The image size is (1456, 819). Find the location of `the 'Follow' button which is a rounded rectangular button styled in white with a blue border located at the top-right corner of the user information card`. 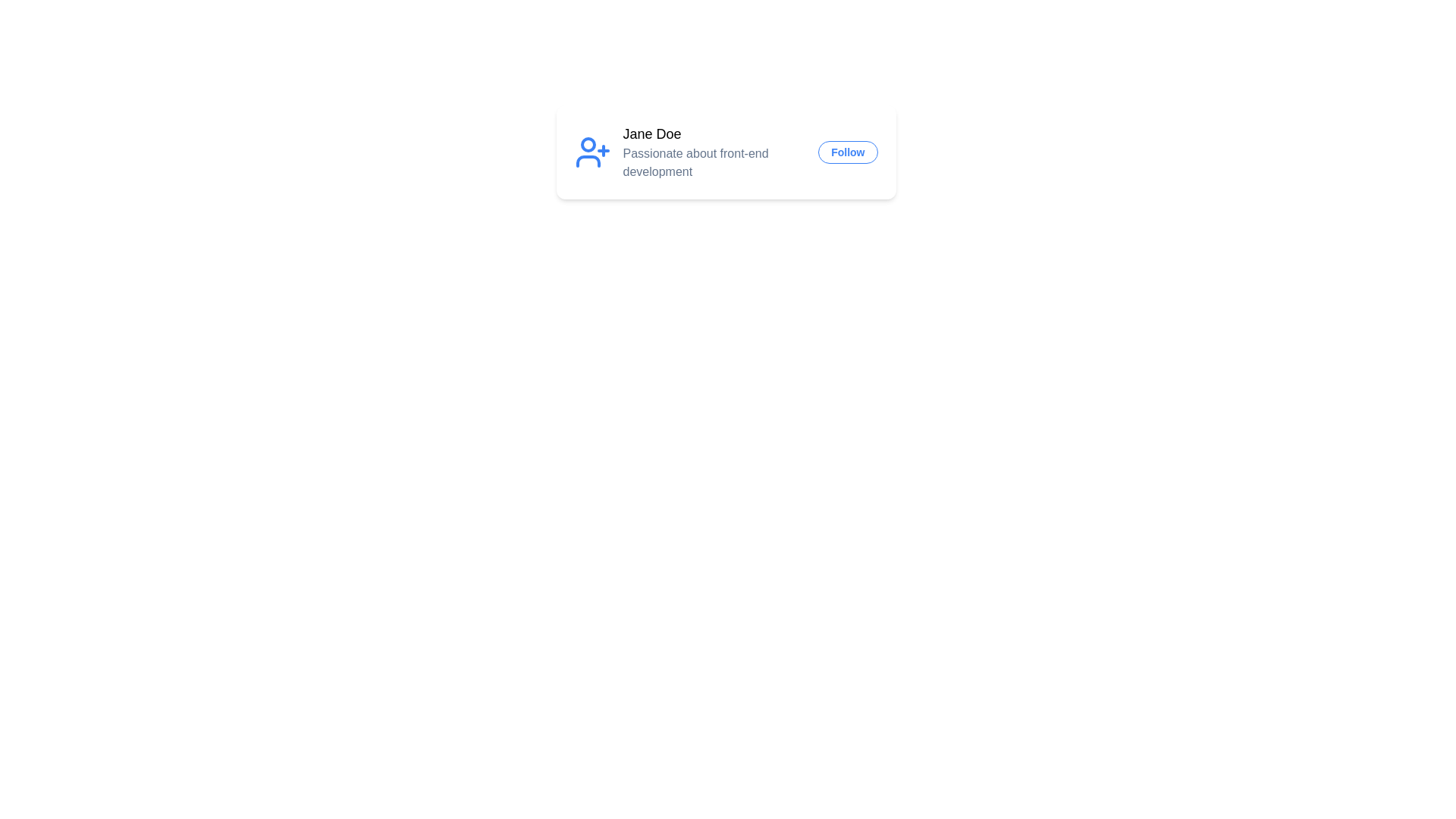

the 'Follow' button which is a rounded rectangular button styled in white with a blue border located at the top-right corner of the user information card is located at coordinates (847, 152).